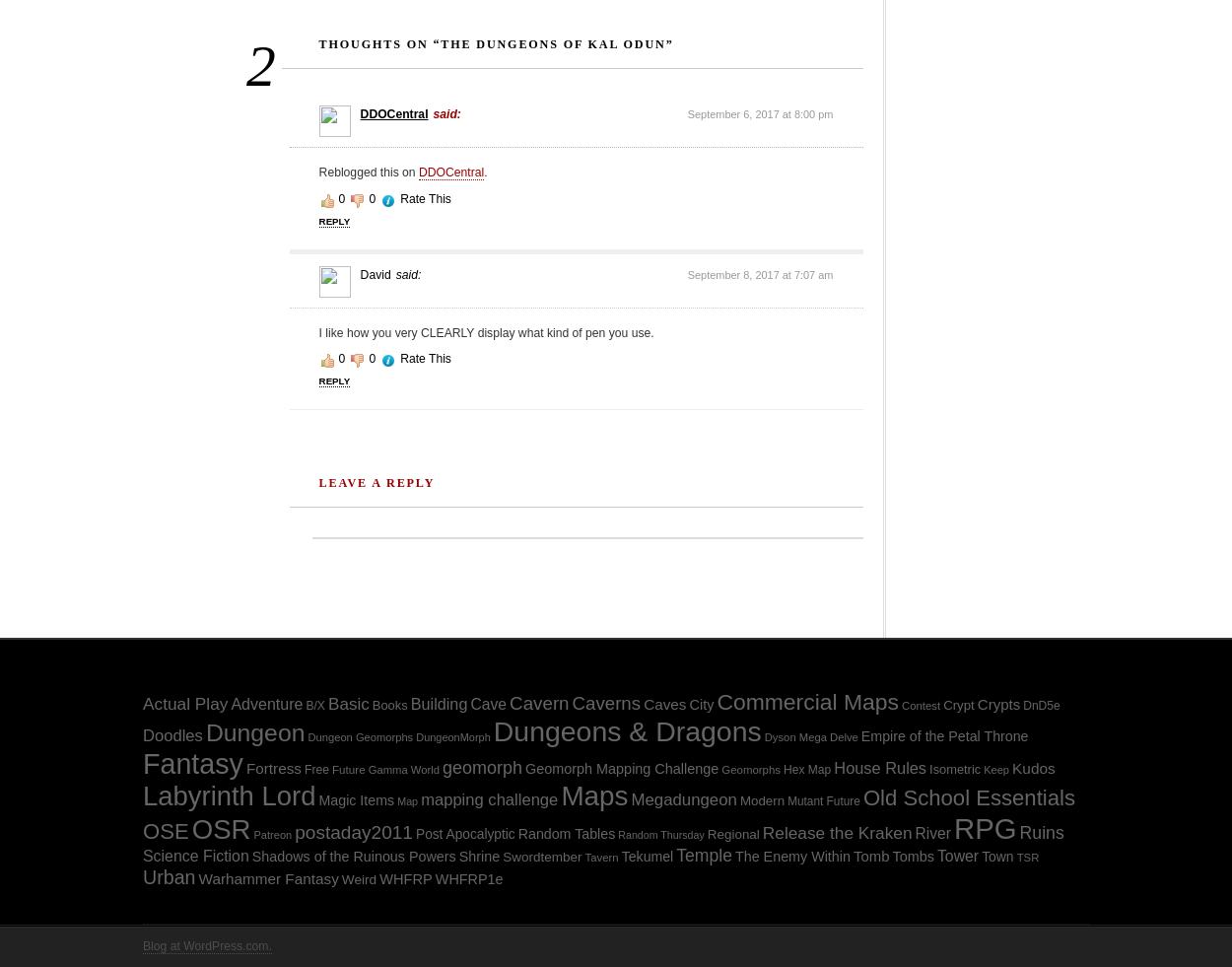 This screenshot has width=1232, height=967. Describe the element at coordinates (957, 705) in the screenshot. I see `'Crypt'` at that location.